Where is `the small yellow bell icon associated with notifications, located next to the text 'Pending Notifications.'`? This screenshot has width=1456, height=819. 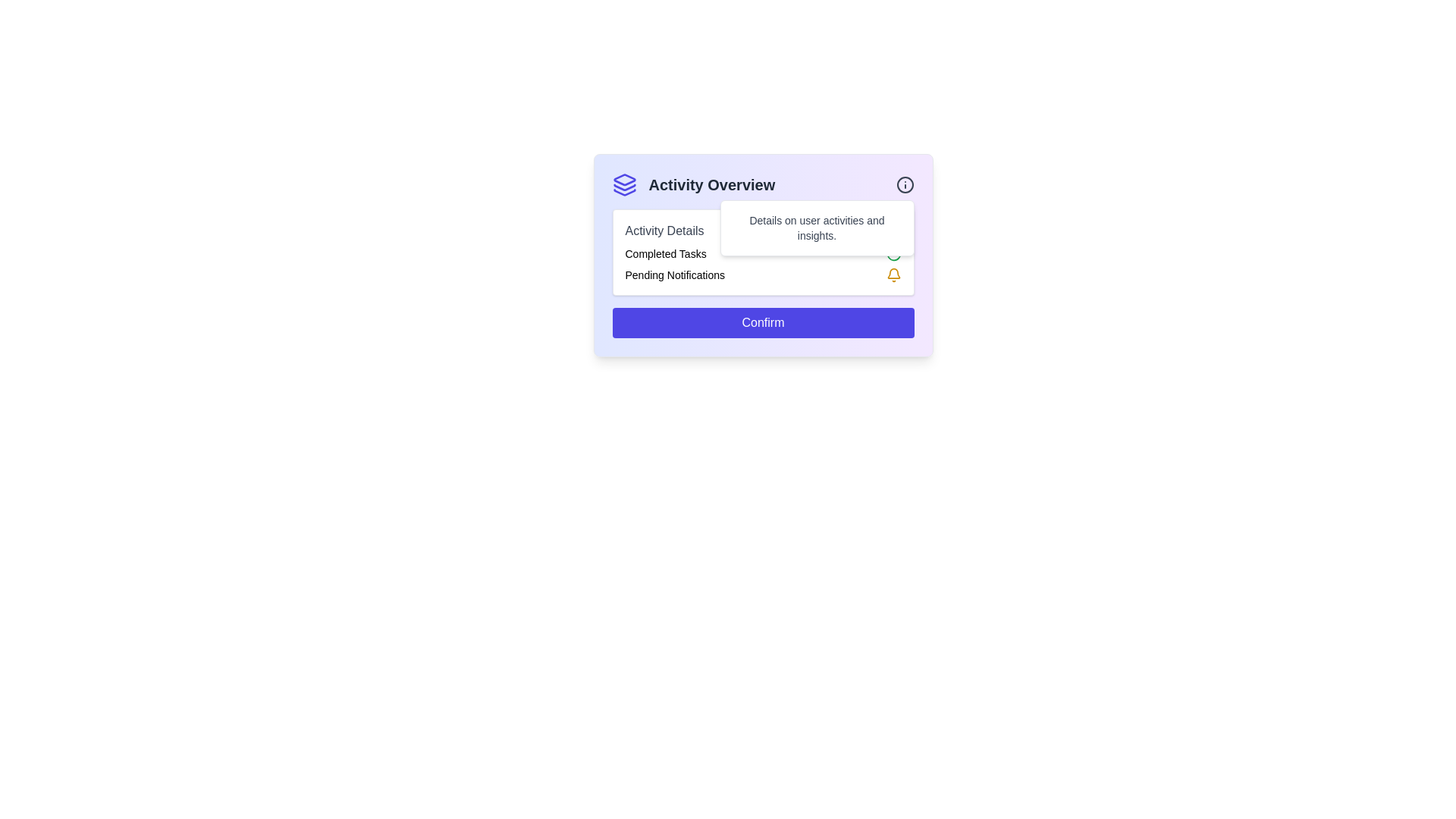 the small yellow bell icon associated with notifications, located next to the text 'Pending Notifications.' is located at coordinates (893, 275).